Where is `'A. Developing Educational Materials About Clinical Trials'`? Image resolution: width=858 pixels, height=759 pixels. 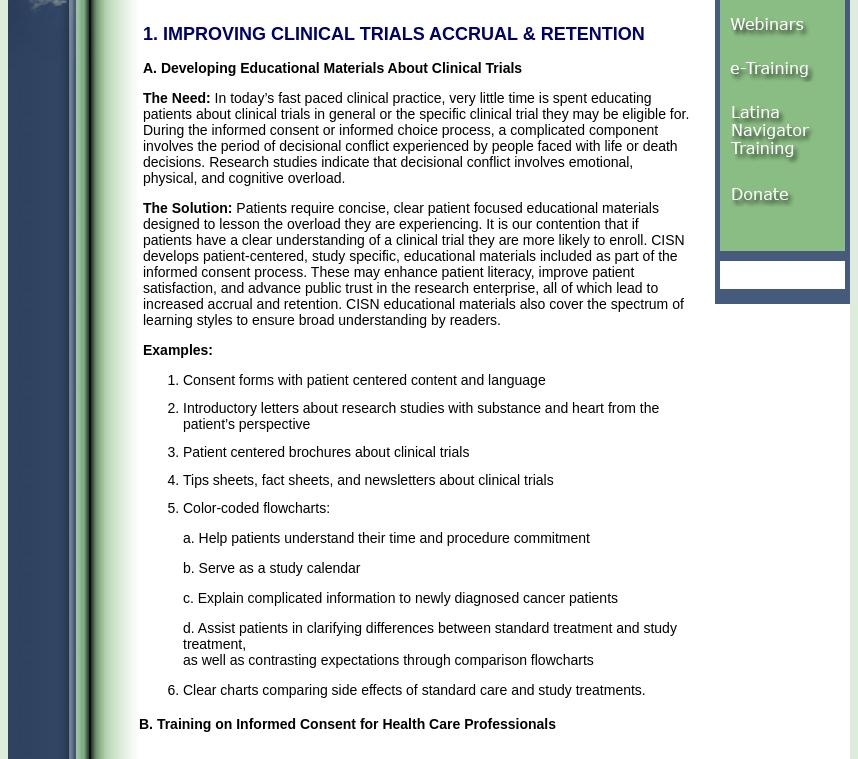 'A. Developing Educational Materials About Clinical Trials' is located at coordinates (142, 66).